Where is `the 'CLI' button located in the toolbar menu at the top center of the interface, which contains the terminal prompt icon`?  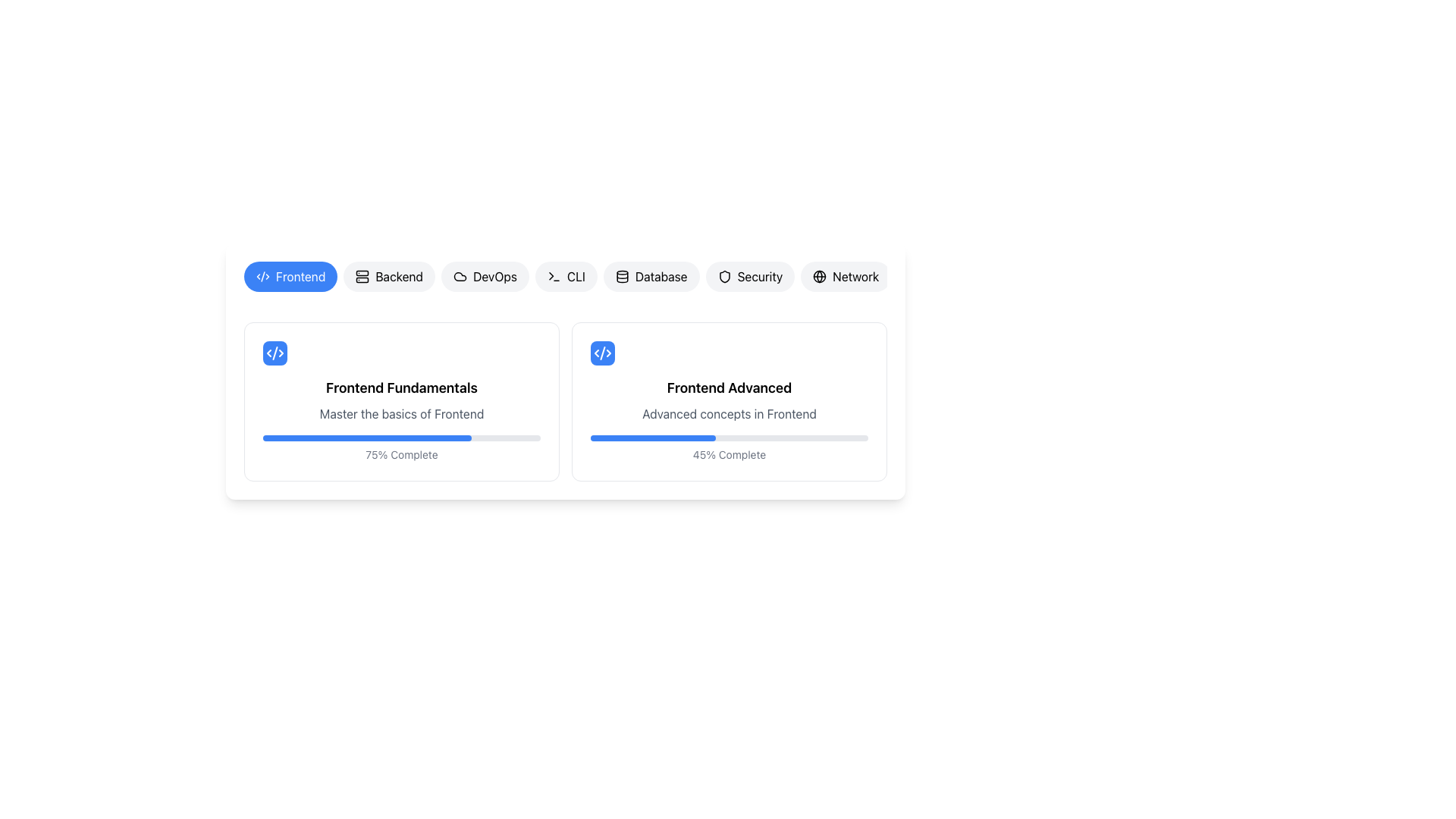 the 'CLI' button located in the toolbar menu at the top center of the interface, which contains the terminal prompt icon is located at coordinates (553, 277).